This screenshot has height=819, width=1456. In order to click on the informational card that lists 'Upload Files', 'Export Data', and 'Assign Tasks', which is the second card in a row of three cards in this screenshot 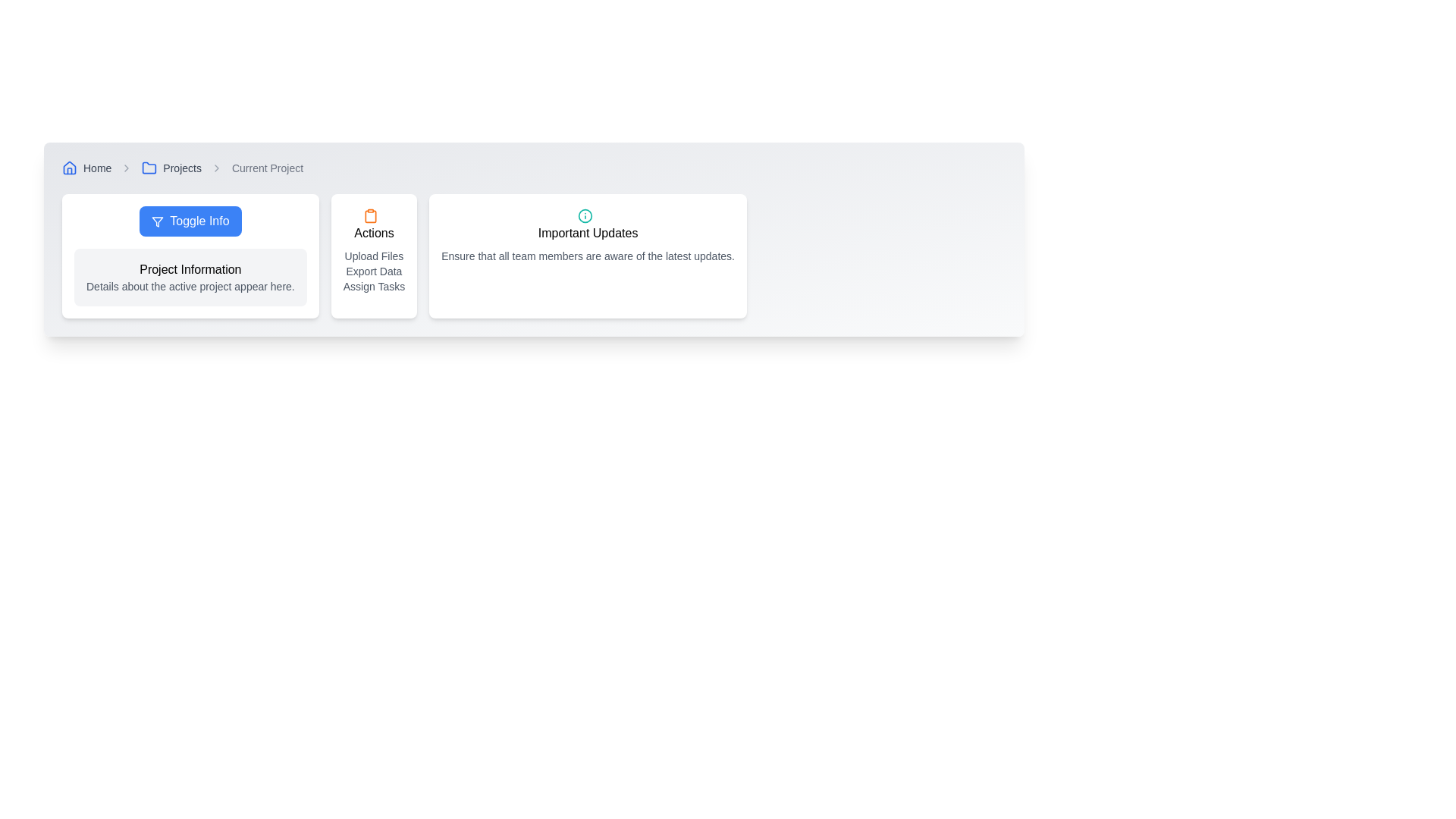, I will do `click(374, 256)`.